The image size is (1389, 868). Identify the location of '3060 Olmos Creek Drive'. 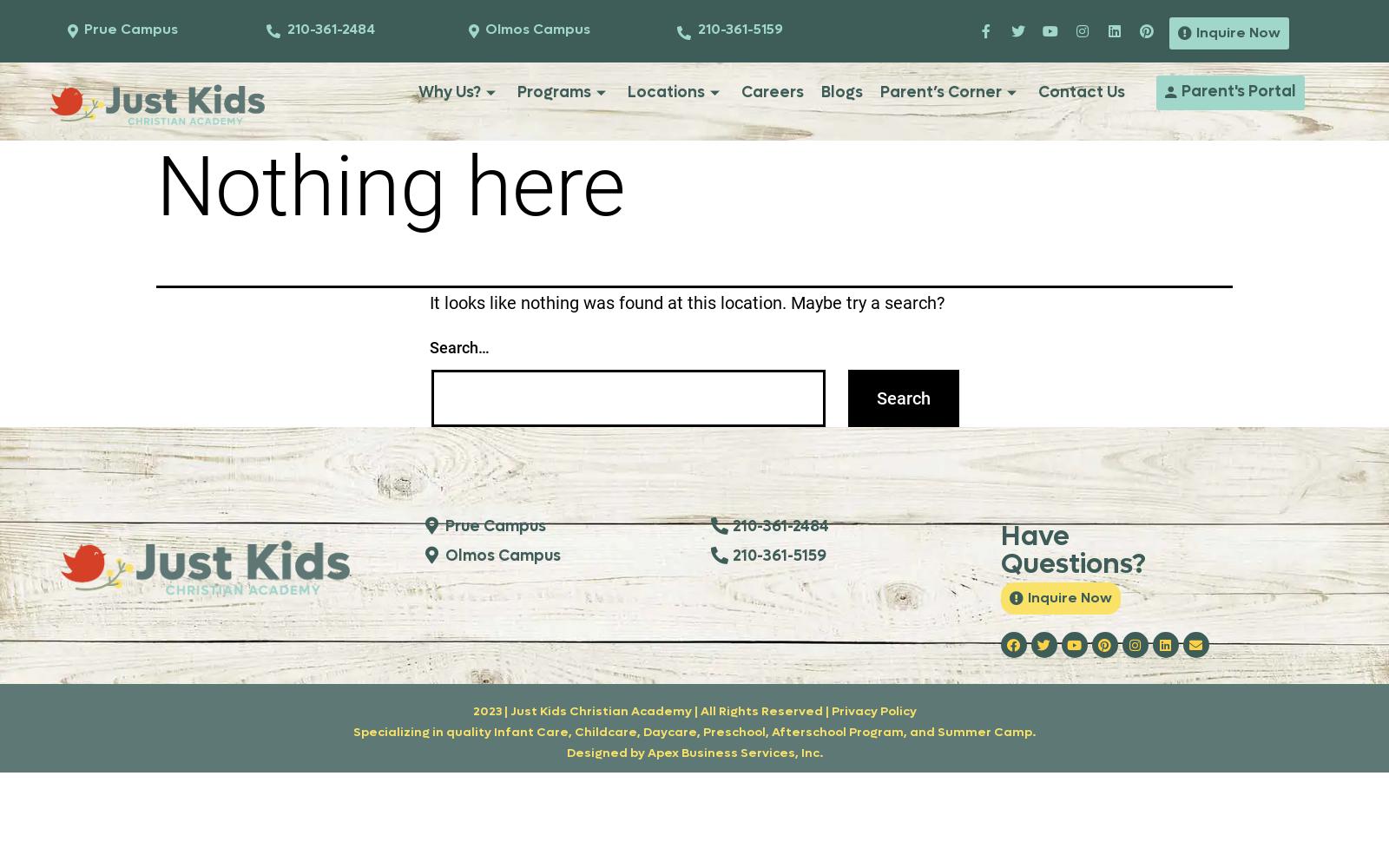
(707, 175).